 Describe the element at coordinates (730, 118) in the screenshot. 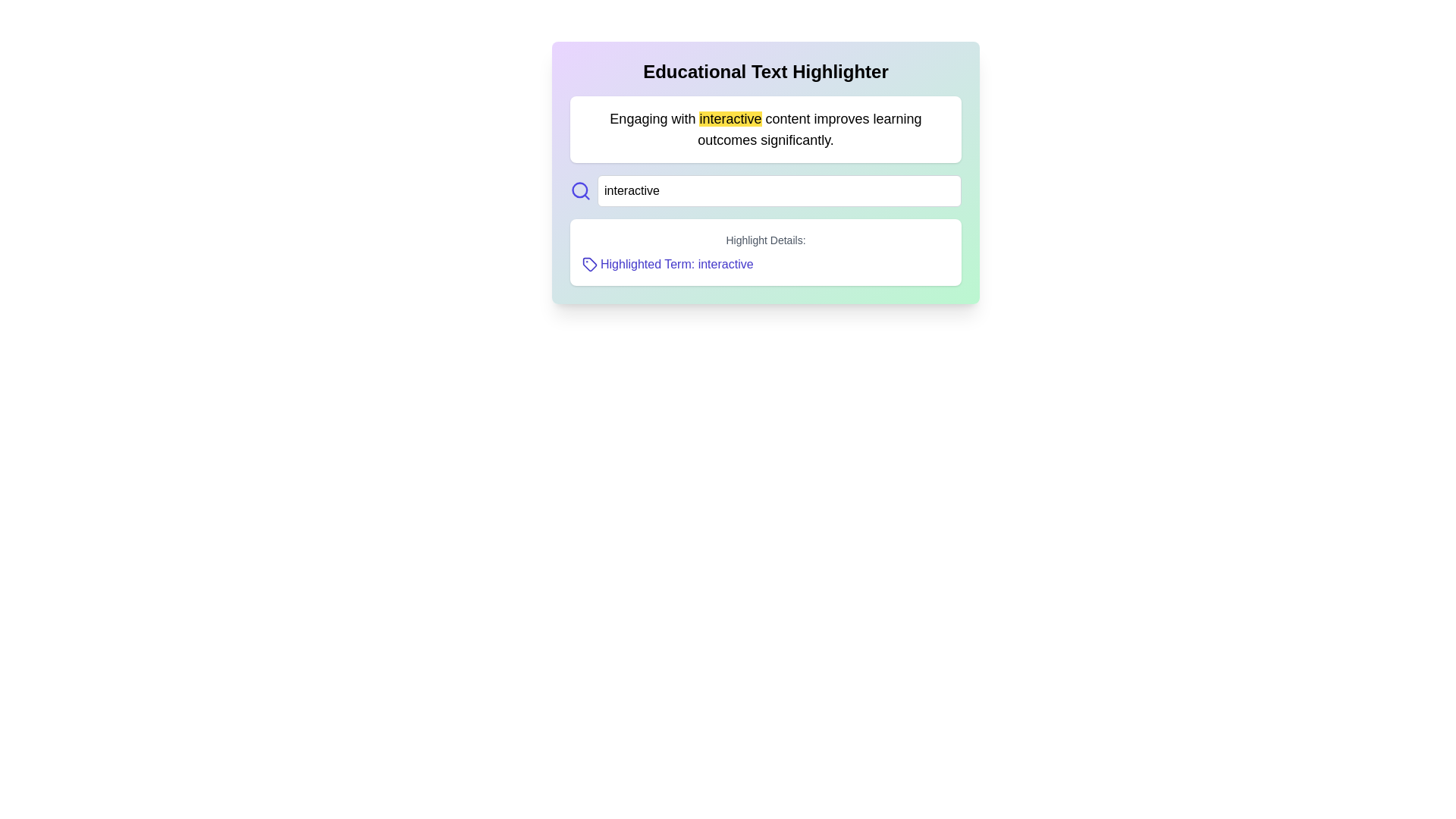

I see `the highlighted word 'interactive' in the main content area, which emphasizes its importance in the sentence` at that location.